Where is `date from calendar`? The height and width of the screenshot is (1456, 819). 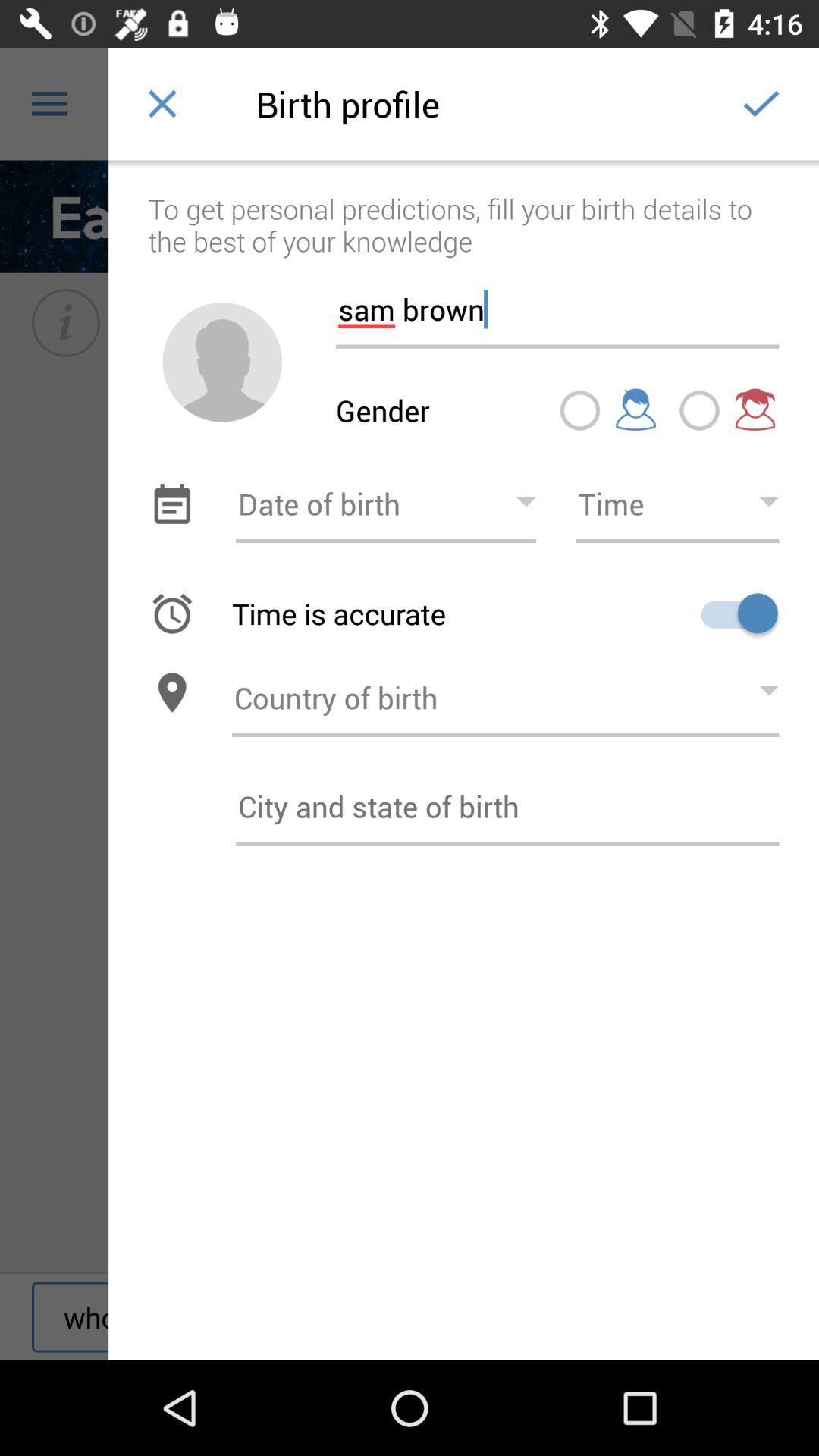 date from calendar is located at coordinates (171, 504).